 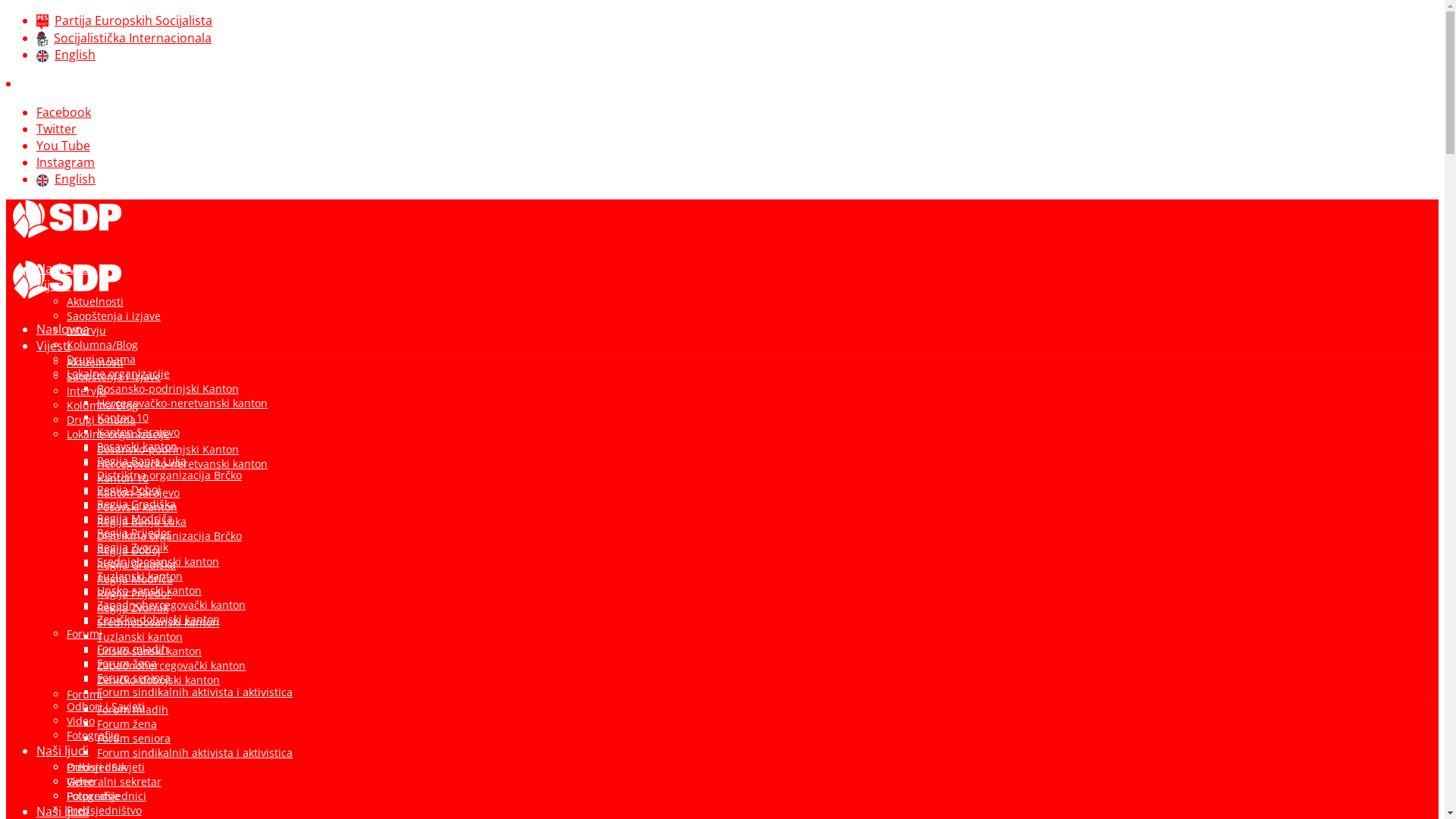 What do you see at coordinates (123, 417) in the screenshot?
I see `'Kanton 10'` at bounding box center [123, 417].